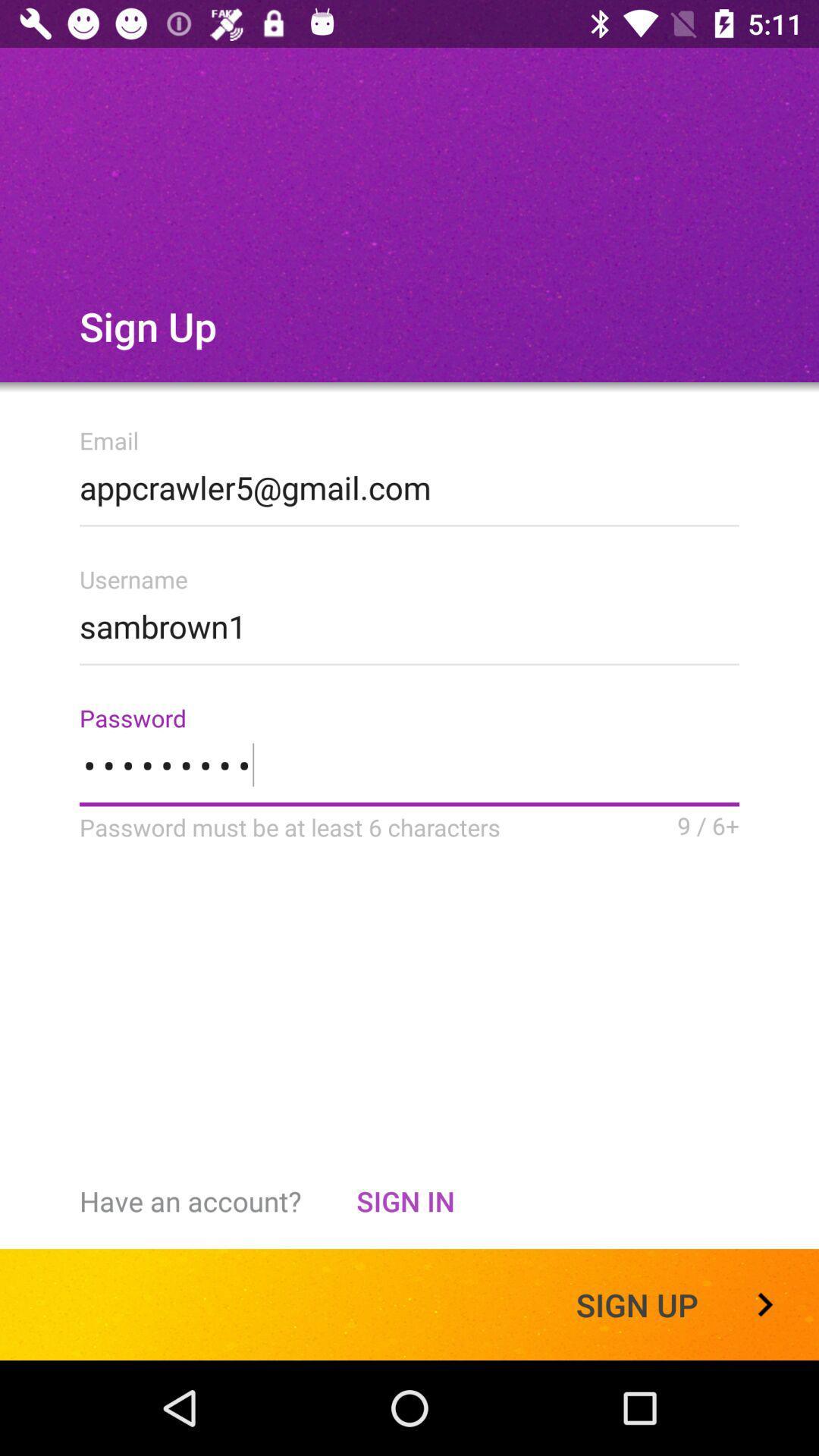  I want to click on the item to the left of sign up item, so click(404, 1200).